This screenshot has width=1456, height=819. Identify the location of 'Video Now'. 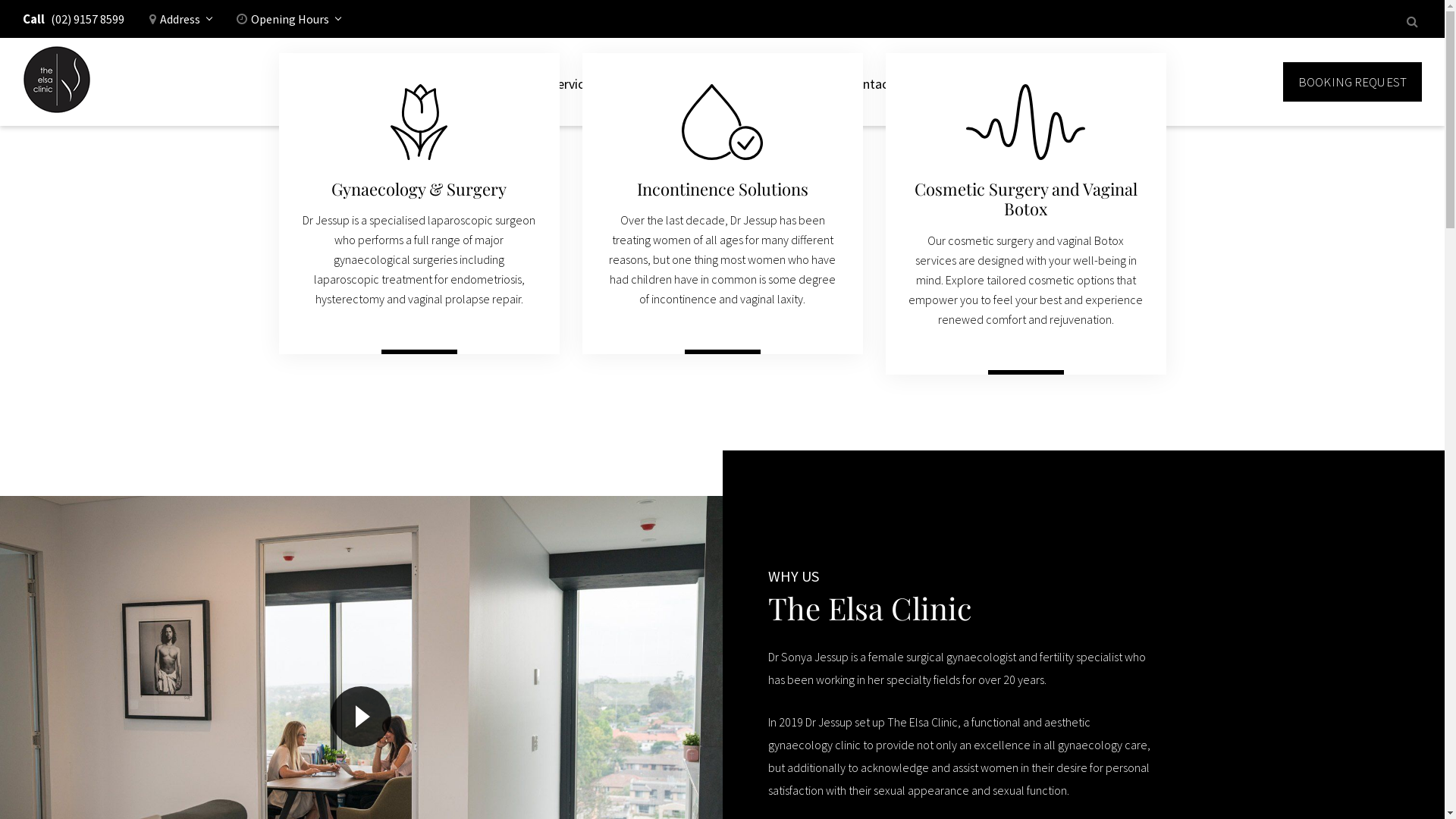
(359, 717).